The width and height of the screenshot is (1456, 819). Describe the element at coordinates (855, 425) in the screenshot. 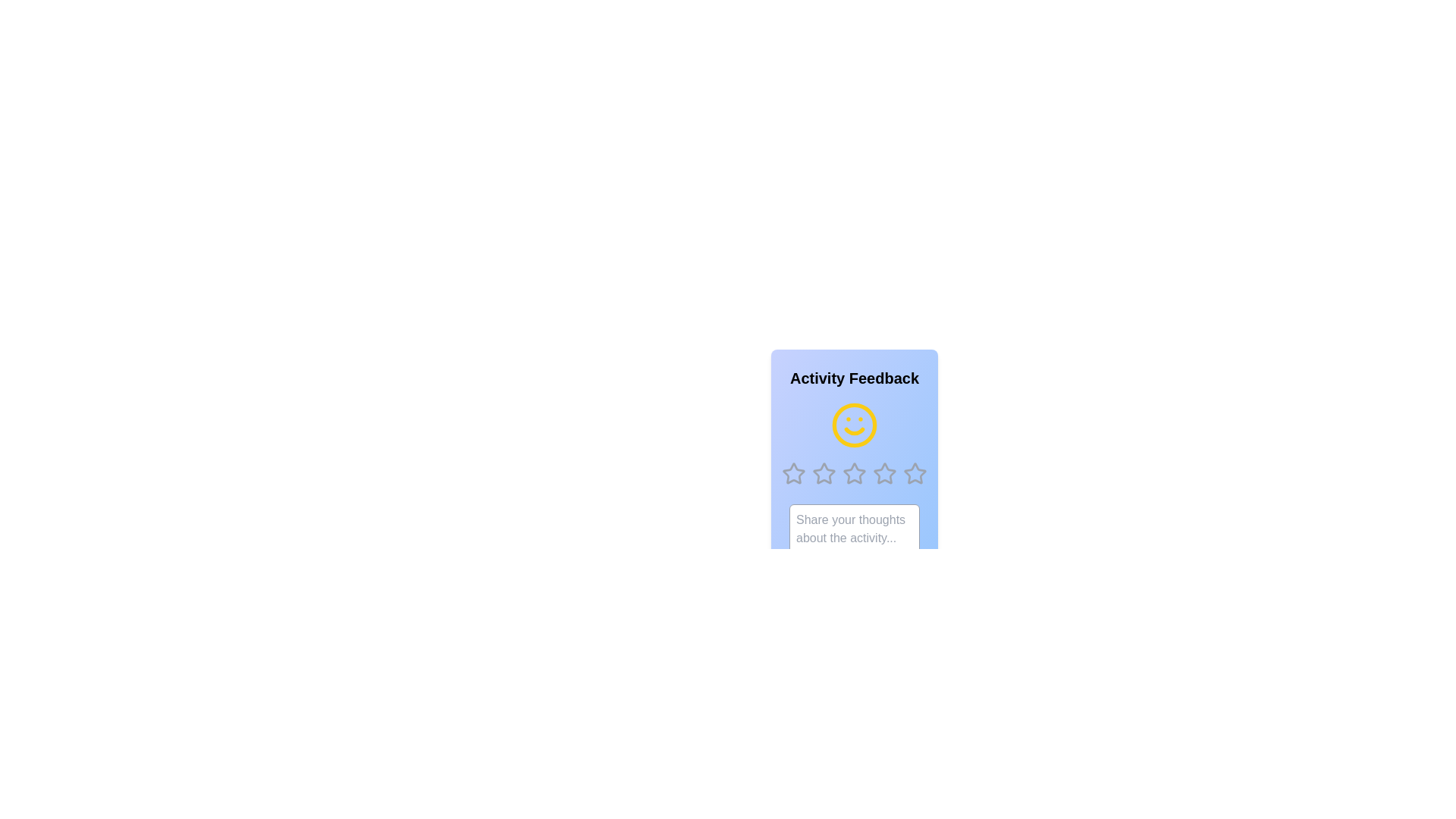

I see `the decorative Icon located centrally below the 'Activity Feedback' title and above the star icons within the feedback form card` at that location.